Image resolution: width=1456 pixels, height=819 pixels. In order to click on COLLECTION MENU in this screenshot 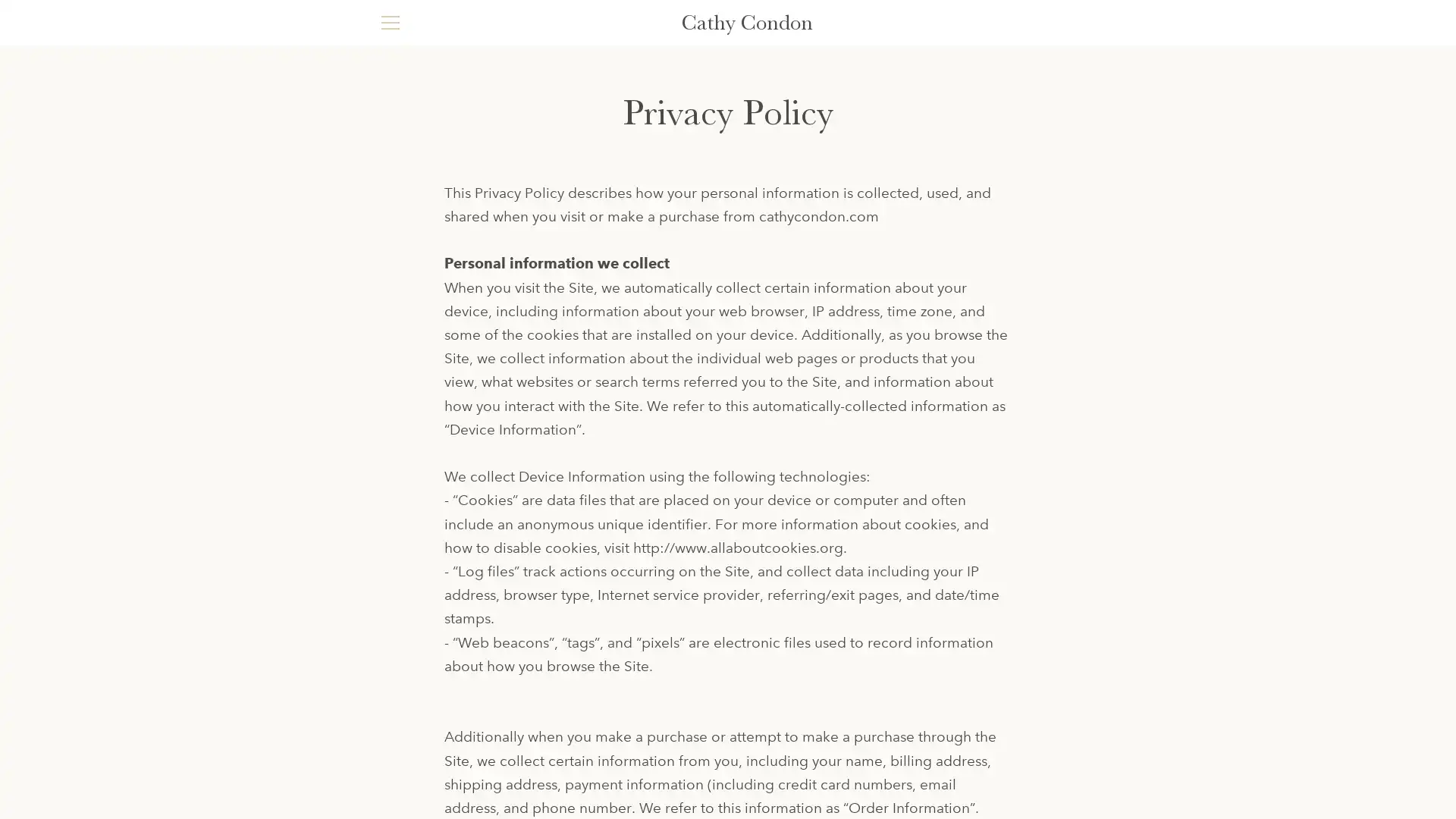, I will do `click(728, 127)`.